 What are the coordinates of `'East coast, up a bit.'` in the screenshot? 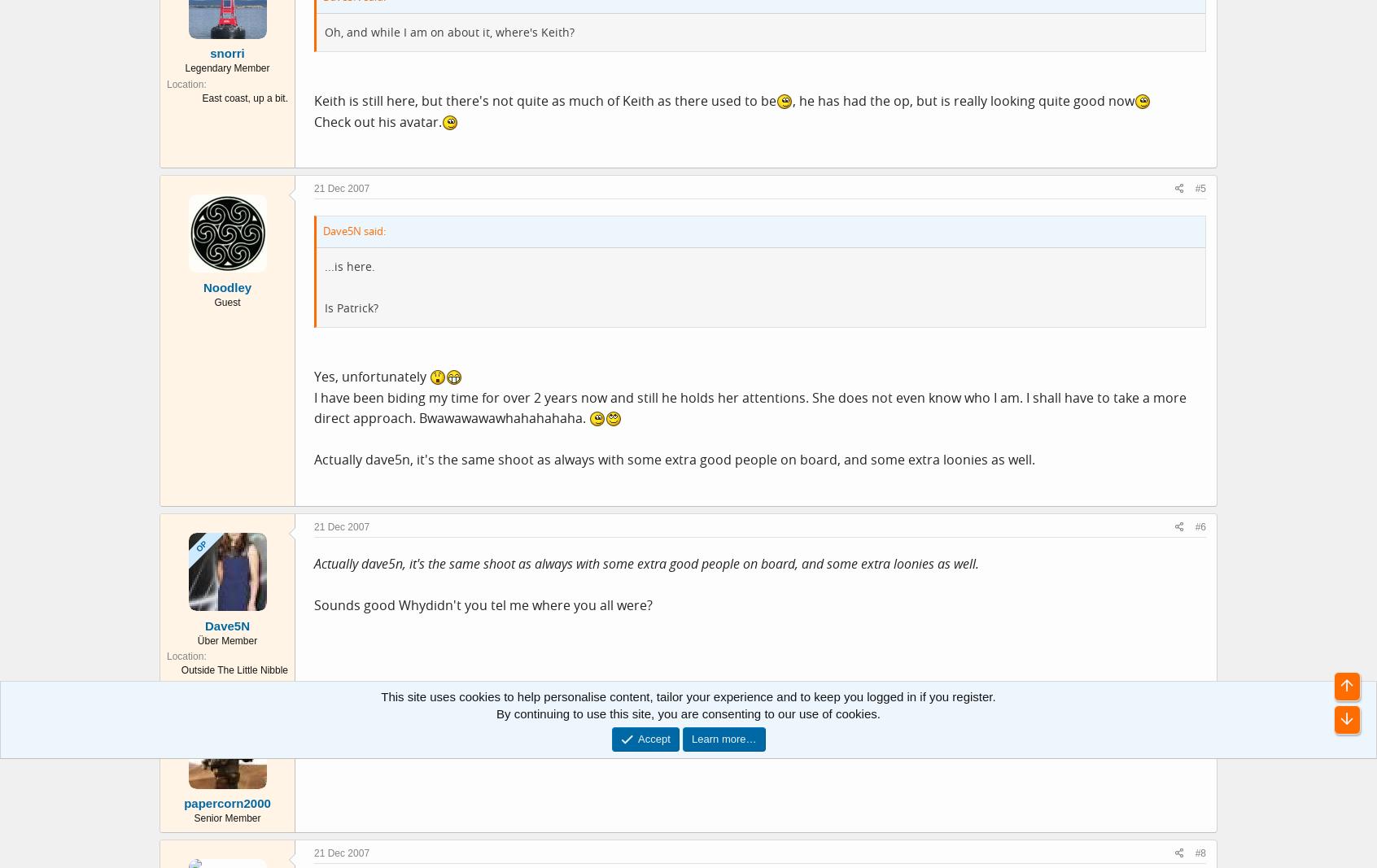 It's located at (244, 97).